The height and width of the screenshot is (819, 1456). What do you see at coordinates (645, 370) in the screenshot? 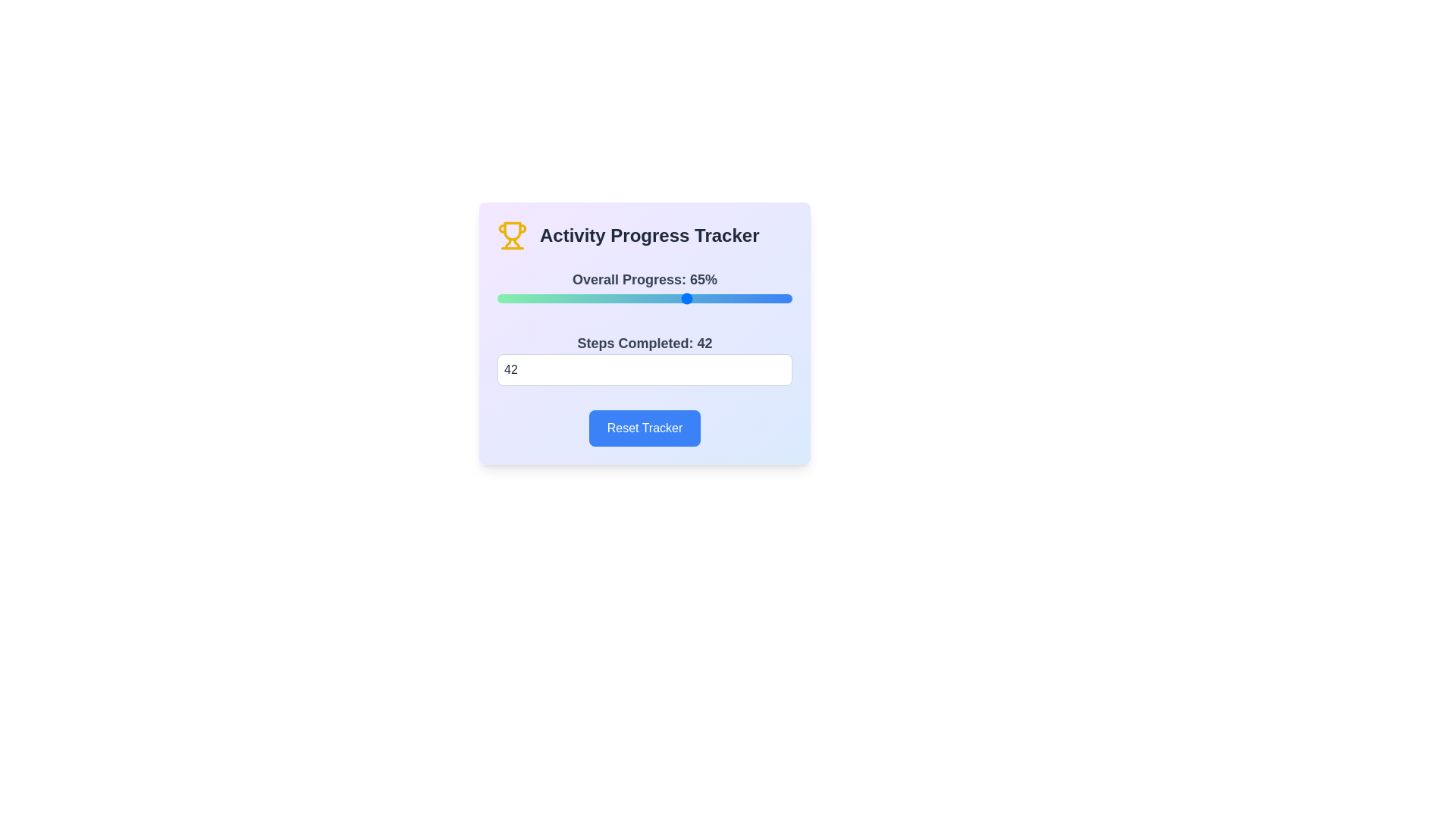
I see `the steps completed to 11 by entering the value in the input field` at bounding box center [645, 370].